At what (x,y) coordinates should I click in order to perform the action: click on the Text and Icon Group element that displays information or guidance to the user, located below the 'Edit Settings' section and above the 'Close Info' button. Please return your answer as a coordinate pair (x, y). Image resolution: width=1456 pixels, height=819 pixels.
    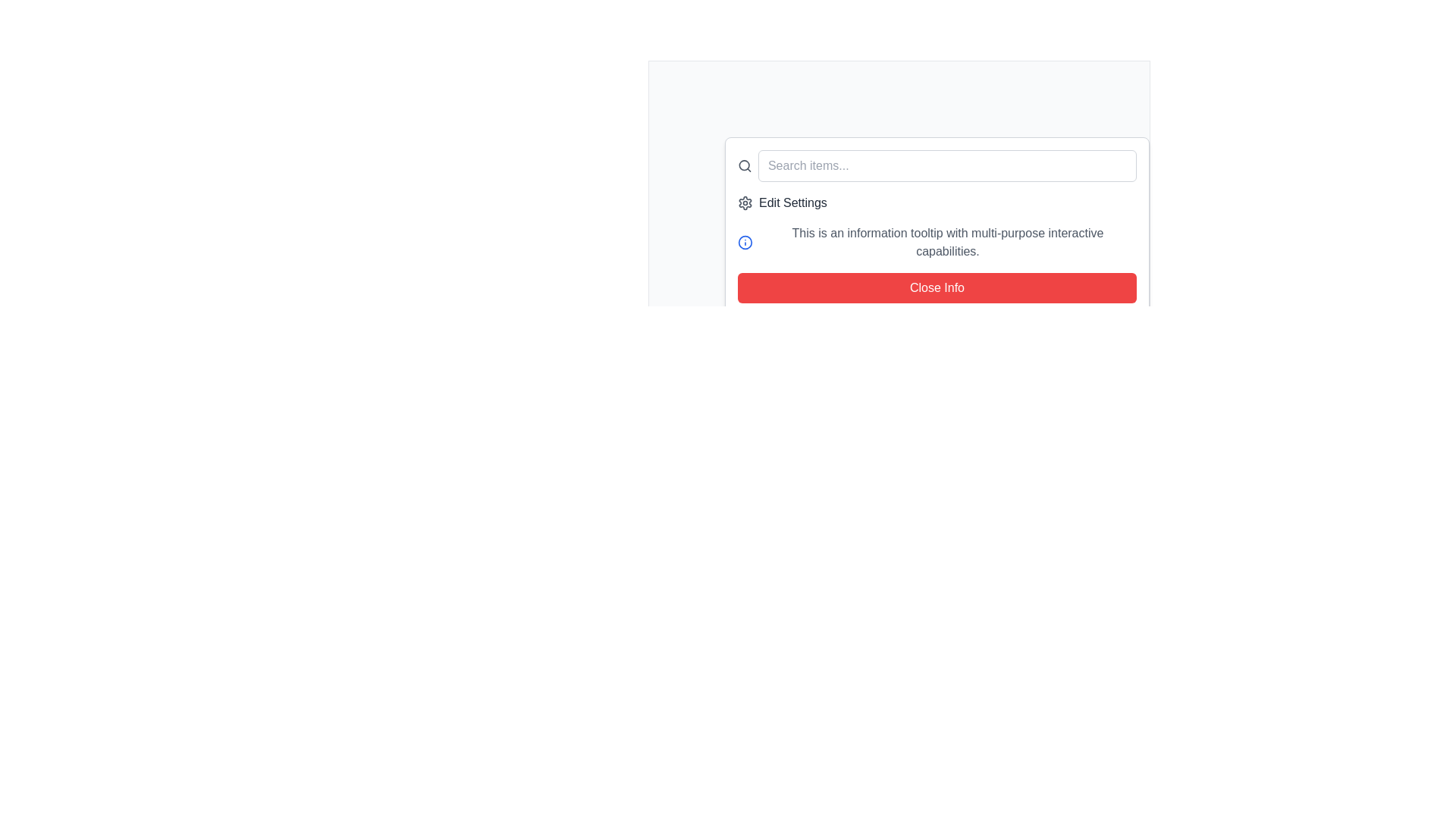
    Looking at the image, I should click on (937, 242).